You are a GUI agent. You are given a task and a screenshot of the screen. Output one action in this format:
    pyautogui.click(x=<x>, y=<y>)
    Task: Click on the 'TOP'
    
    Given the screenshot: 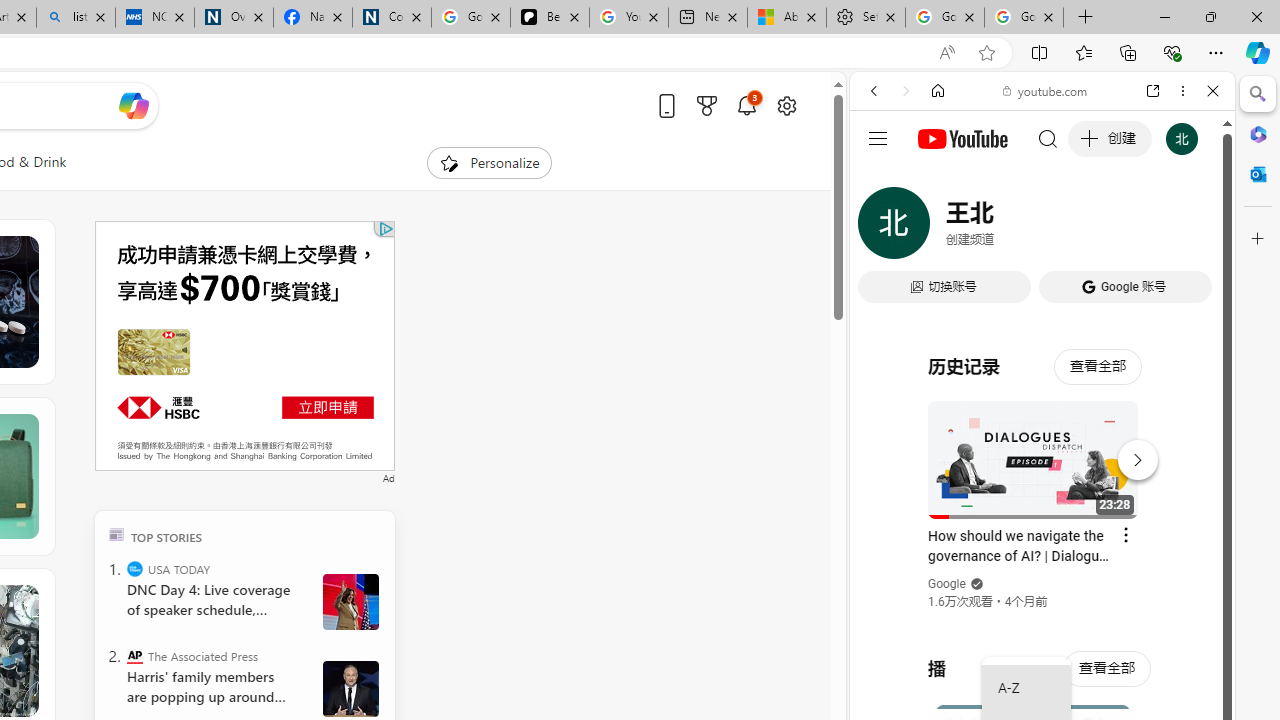 What is the action you would take?
    pyautogui.click(x=116, y=533)
    